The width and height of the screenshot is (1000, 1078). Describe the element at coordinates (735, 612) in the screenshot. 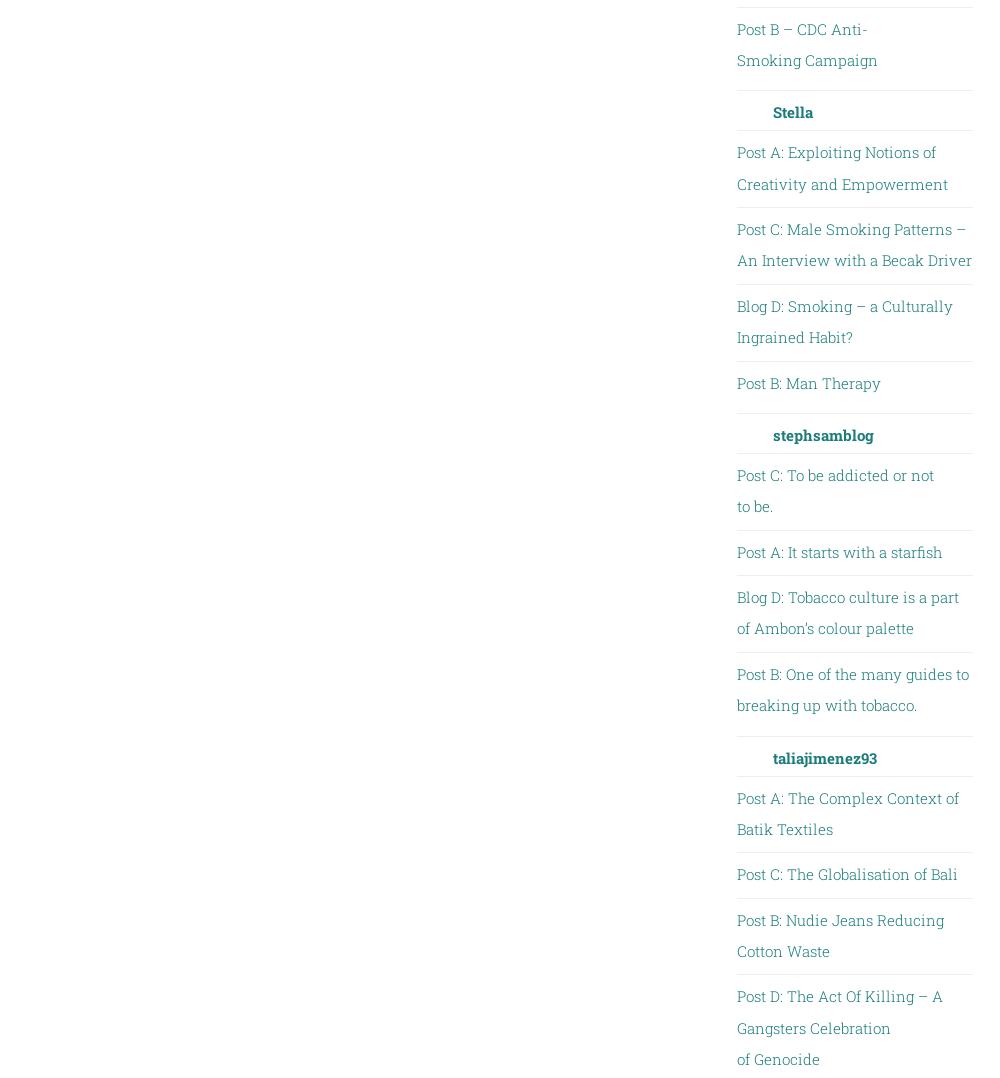

I see `'Blog D: Tobacco culture is a part of Ambon’s colour palette'` at that location.